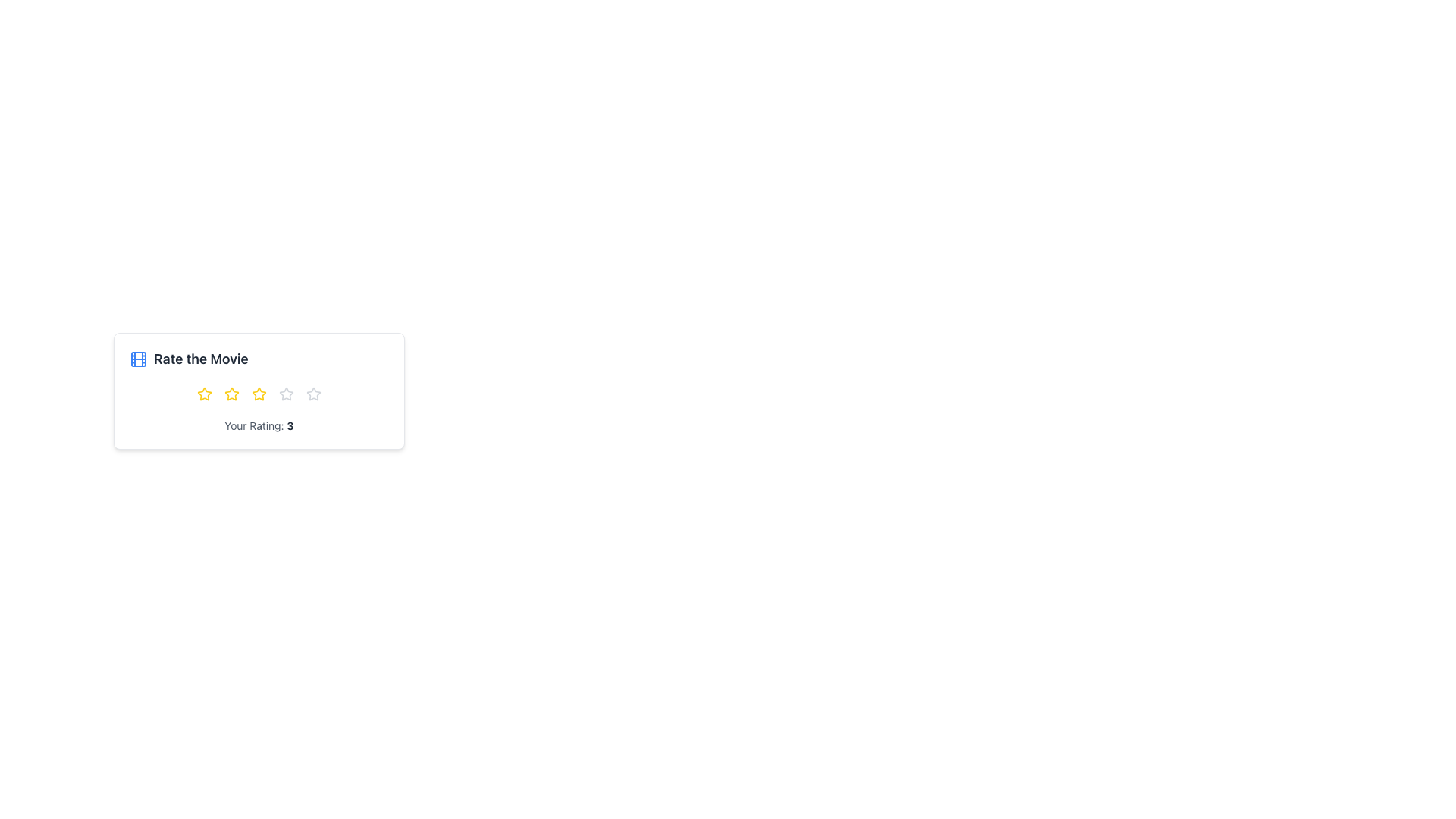 The height and width of the screenshot is (819, 1456). Describe the element at coordinates (312, 394) in the screenshot. I see `the fifth star icon in the row of five stars below the title 'Rate the Movie'` at that location.